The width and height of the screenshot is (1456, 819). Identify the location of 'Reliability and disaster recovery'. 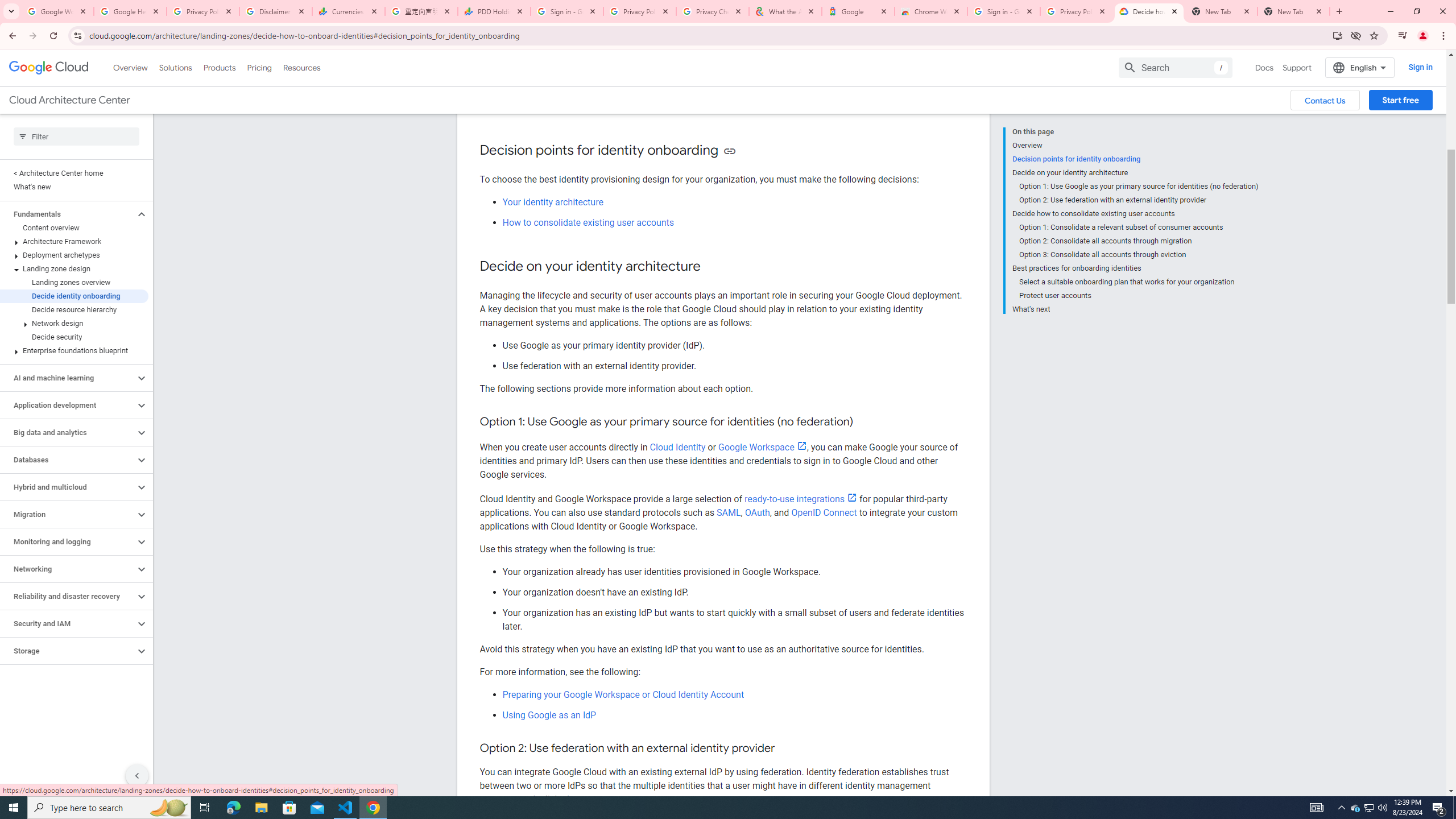
(67, 597).